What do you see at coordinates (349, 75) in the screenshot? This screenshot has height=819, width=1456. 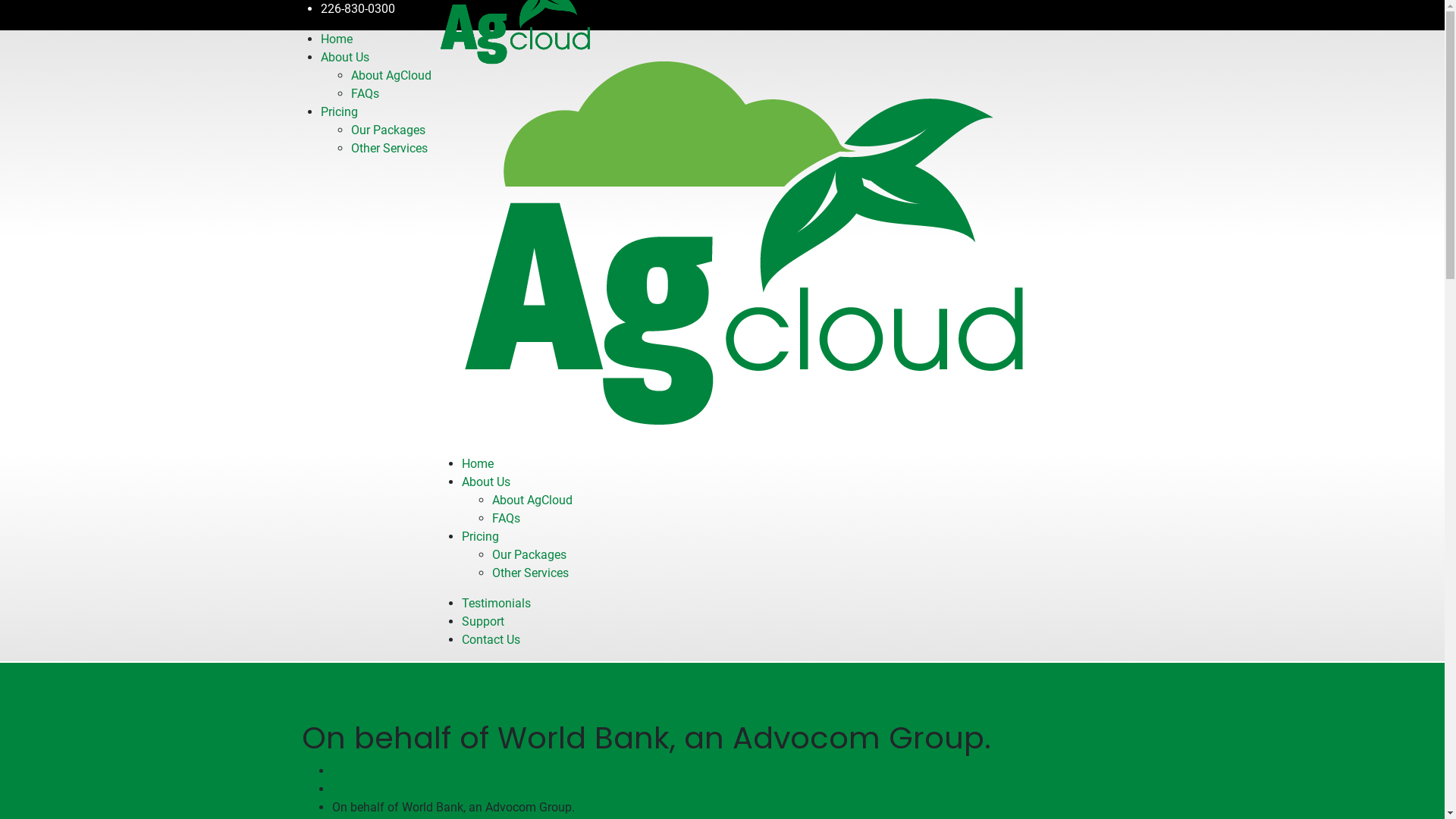 I see `'About AgCloud'` at bounding box center [349, 75].